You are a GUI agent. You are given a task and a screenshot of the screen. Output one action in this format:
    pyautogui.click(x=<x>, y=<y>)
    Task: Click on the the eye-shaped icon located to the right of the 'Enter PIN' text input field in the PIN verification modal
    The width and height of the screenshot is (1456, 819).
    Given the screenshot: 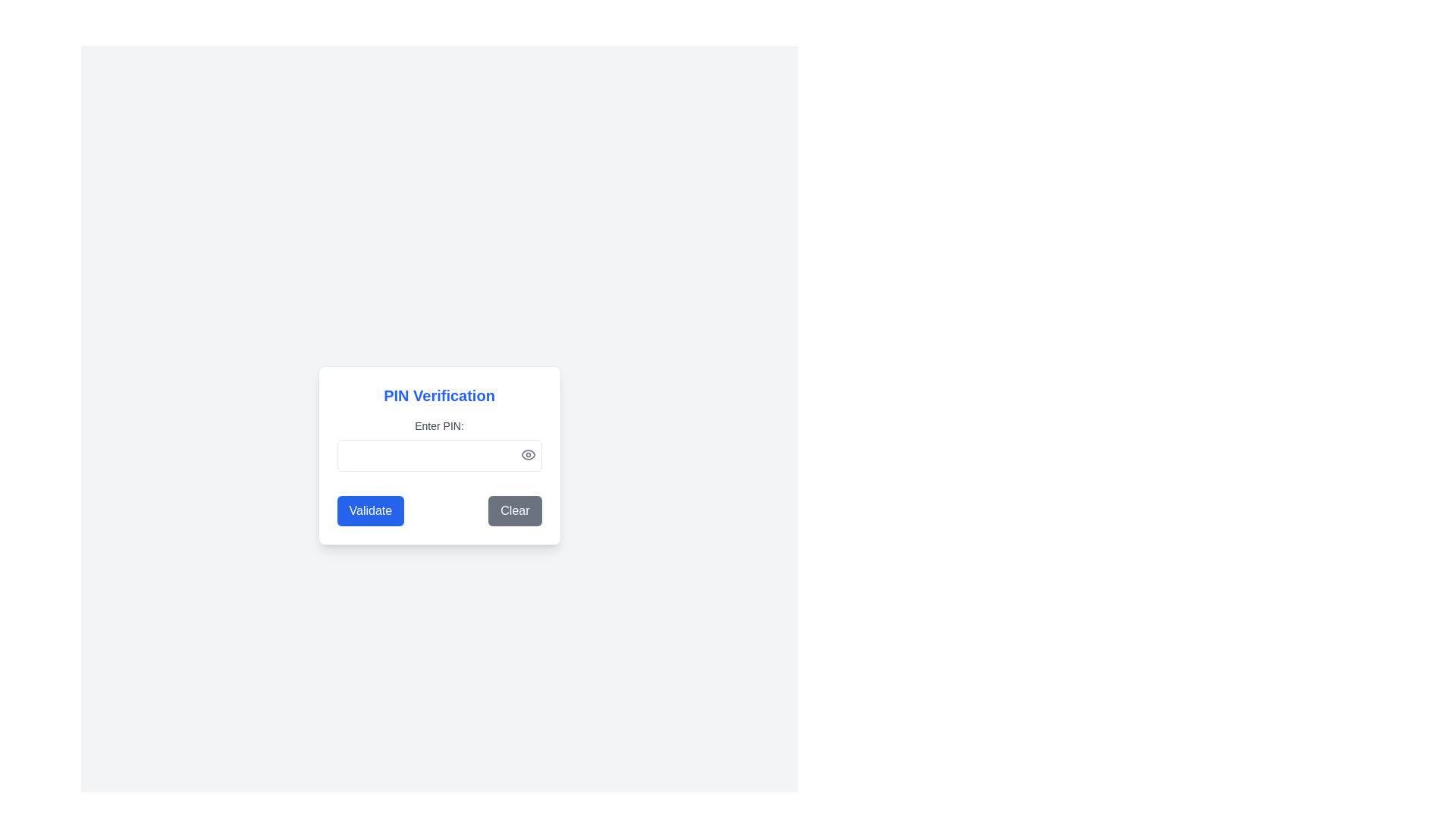 What is the action you would take?
    pyautogui.click(x=528, y=454)
    